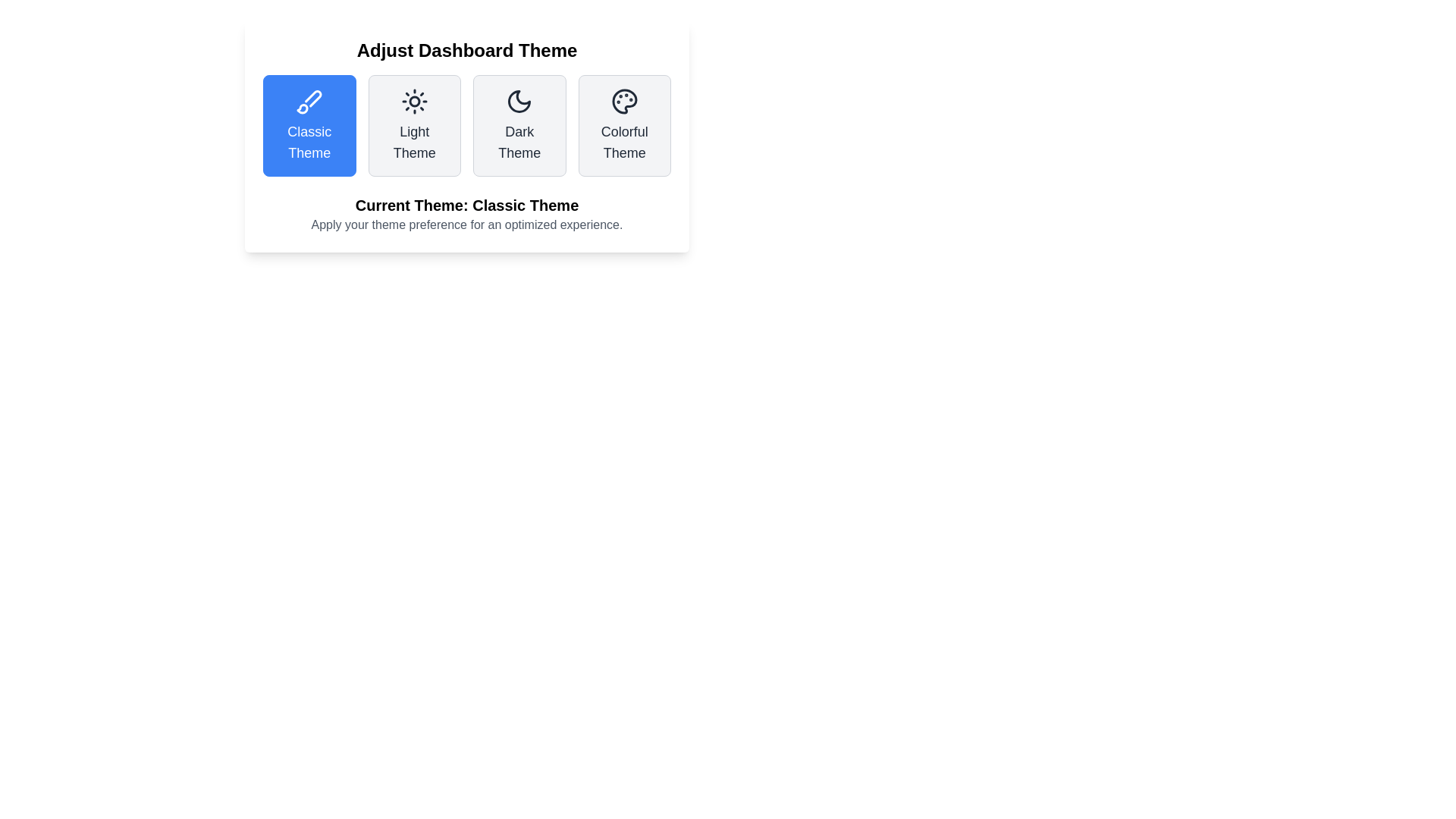  Describe the element at coordinates (414, 102) in the screenshot. I see `the central circle of the 'Light Theme' button icon, which is the second from the left in the top row of theme selection options` at that location.